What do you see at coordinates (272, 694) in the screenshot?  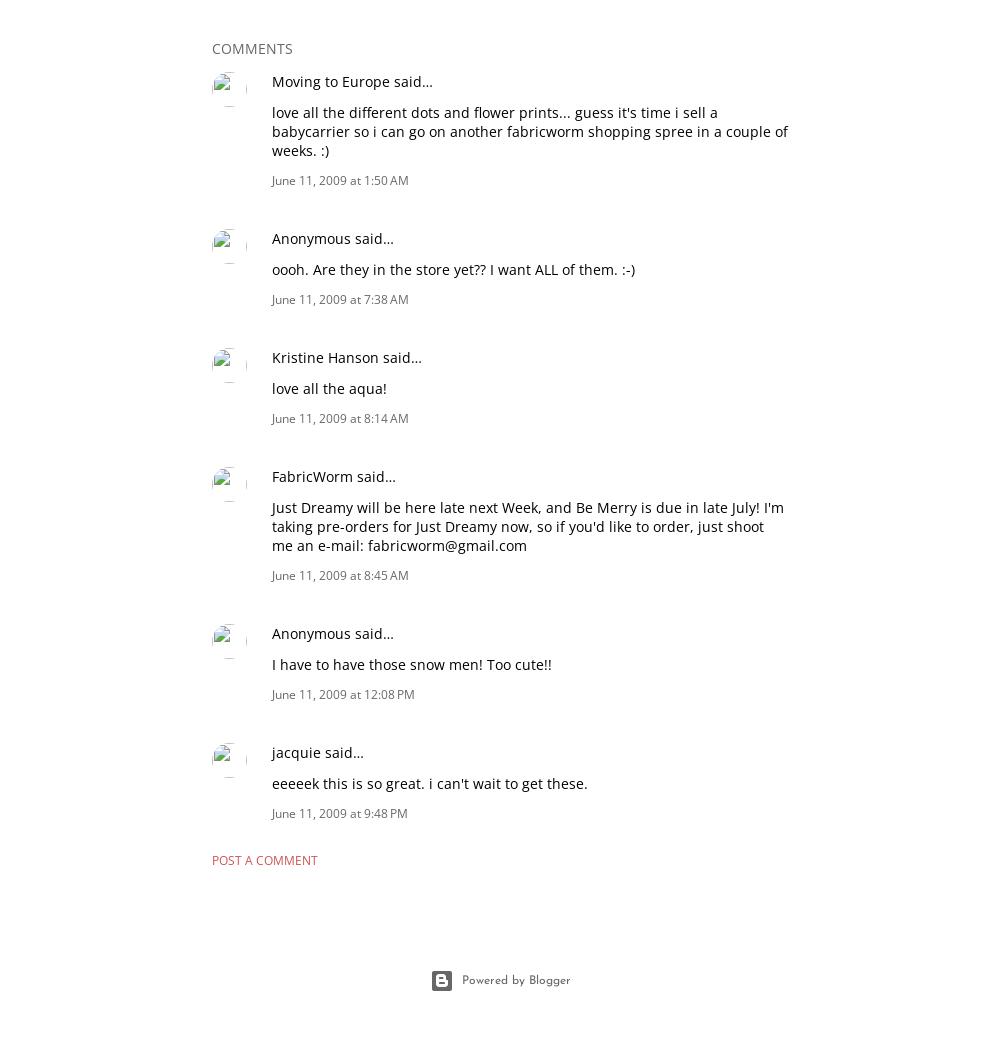 I see `'June 11, 2009 at 12:08 PM'` at bounding box center [272, 694].